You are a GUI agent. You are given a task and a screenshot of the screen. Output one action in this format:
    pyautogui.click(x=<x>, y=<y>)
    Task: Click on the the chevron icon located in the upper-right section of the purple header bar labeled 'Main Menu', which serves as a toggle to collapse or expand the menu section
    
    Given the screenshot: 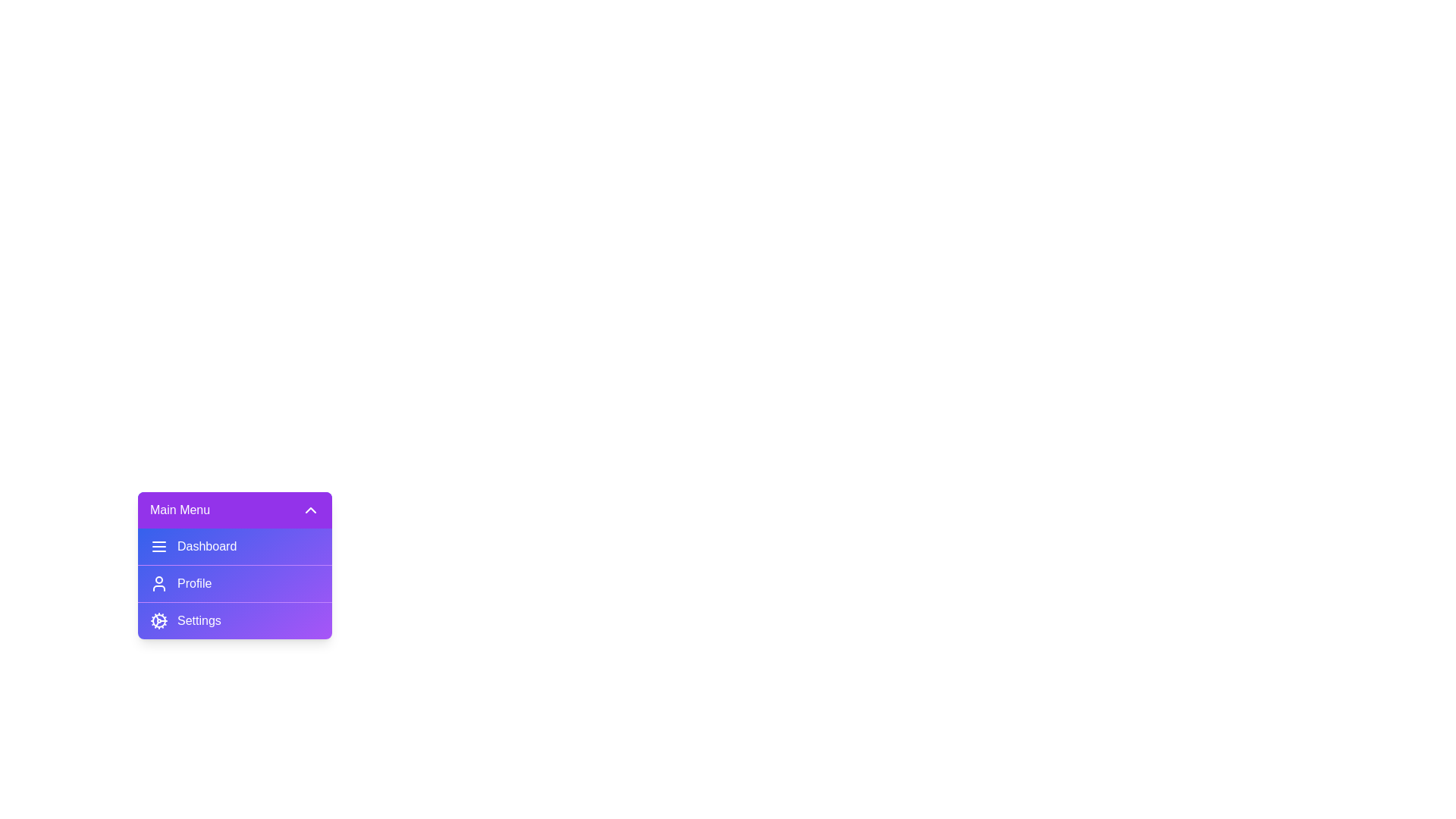 What is the action you would take?
    pyautogui.click(x=309, y=510)
    